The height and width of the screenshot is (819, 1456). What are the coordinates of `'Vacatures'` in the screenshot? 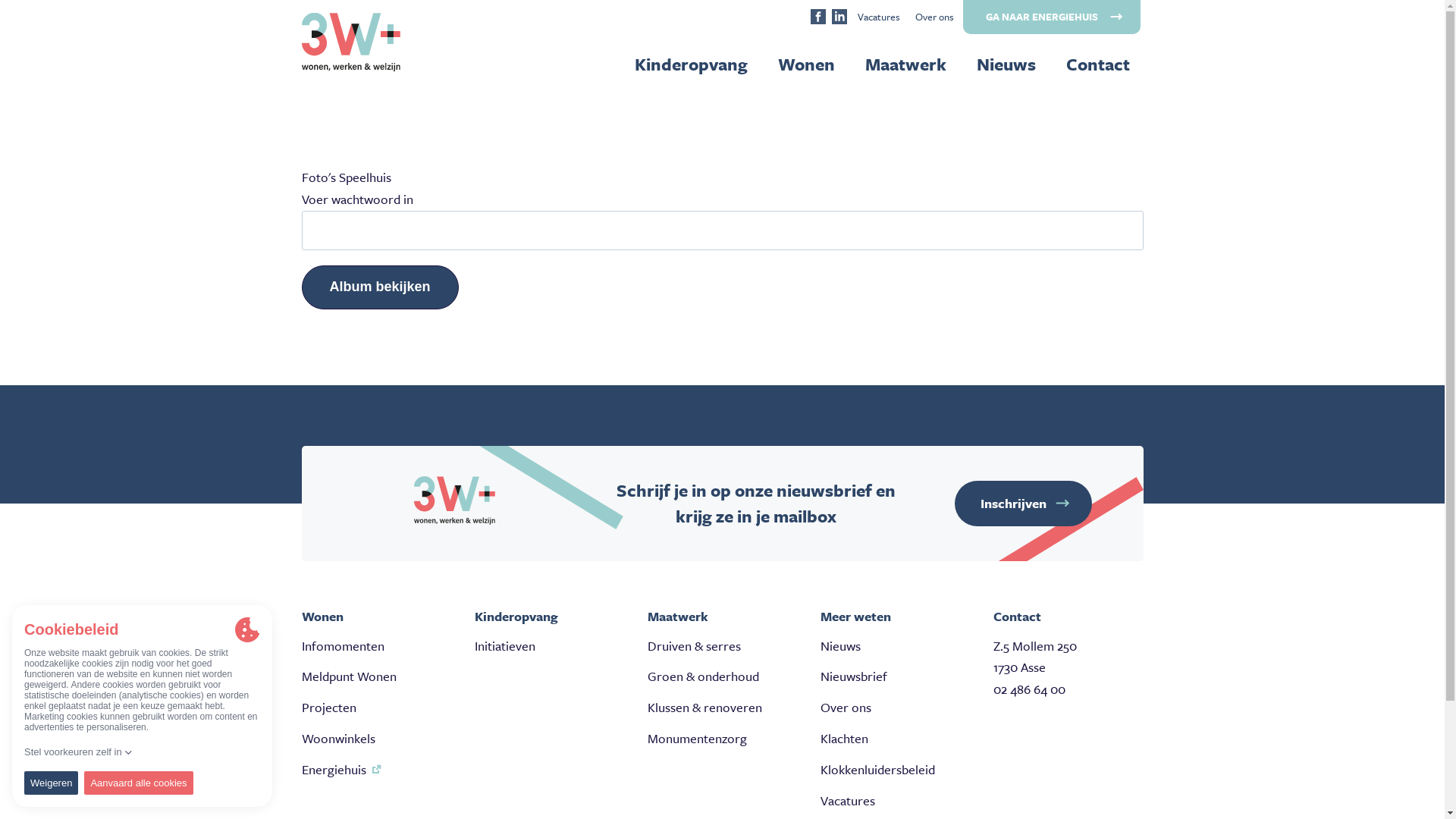 It's located at (877, 17).